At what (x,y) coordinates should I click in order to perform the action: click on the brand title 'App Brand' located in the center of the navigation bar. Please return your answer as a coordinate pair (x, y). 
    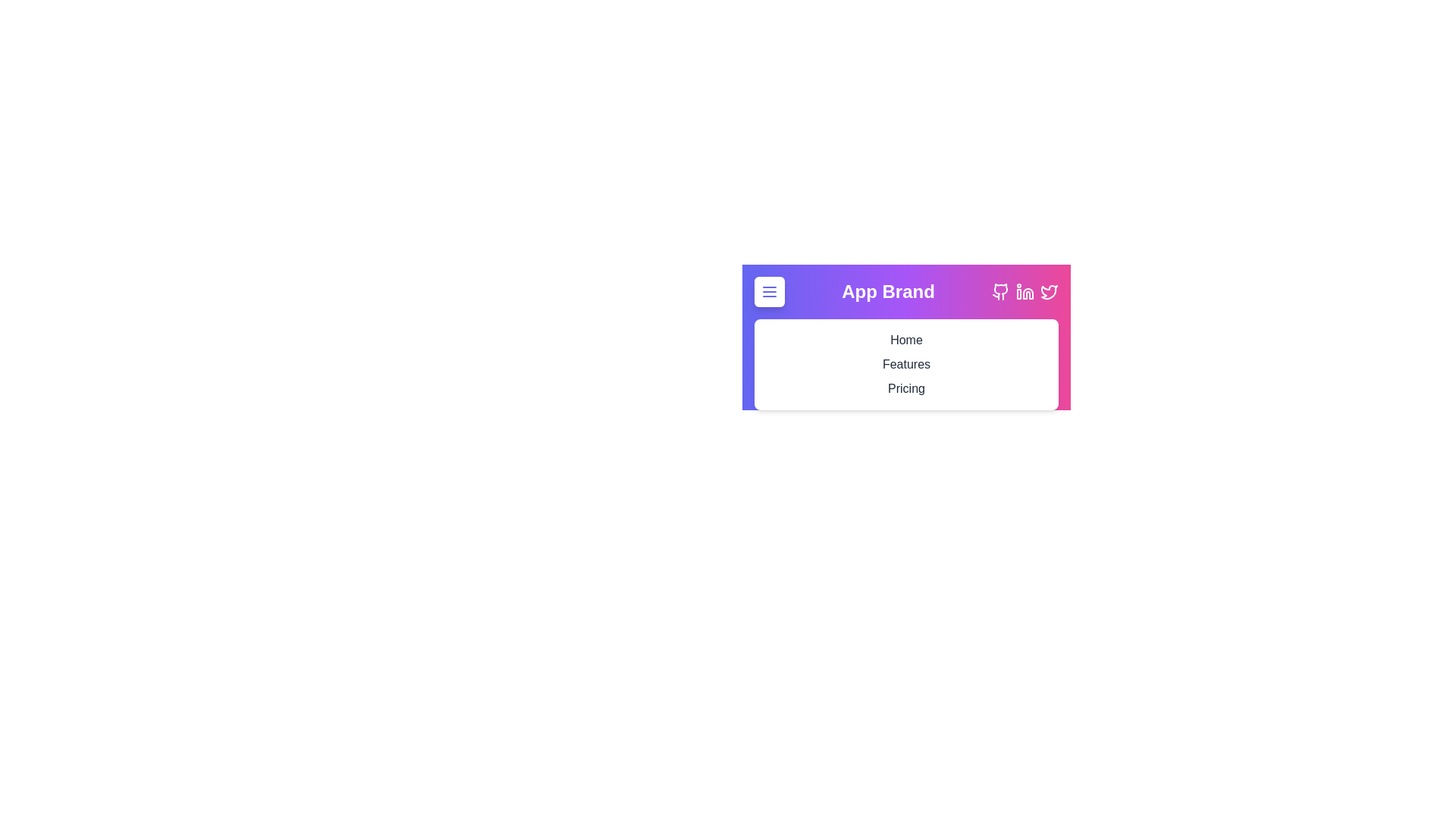
    Looking at the image, I should click on (888, 292).